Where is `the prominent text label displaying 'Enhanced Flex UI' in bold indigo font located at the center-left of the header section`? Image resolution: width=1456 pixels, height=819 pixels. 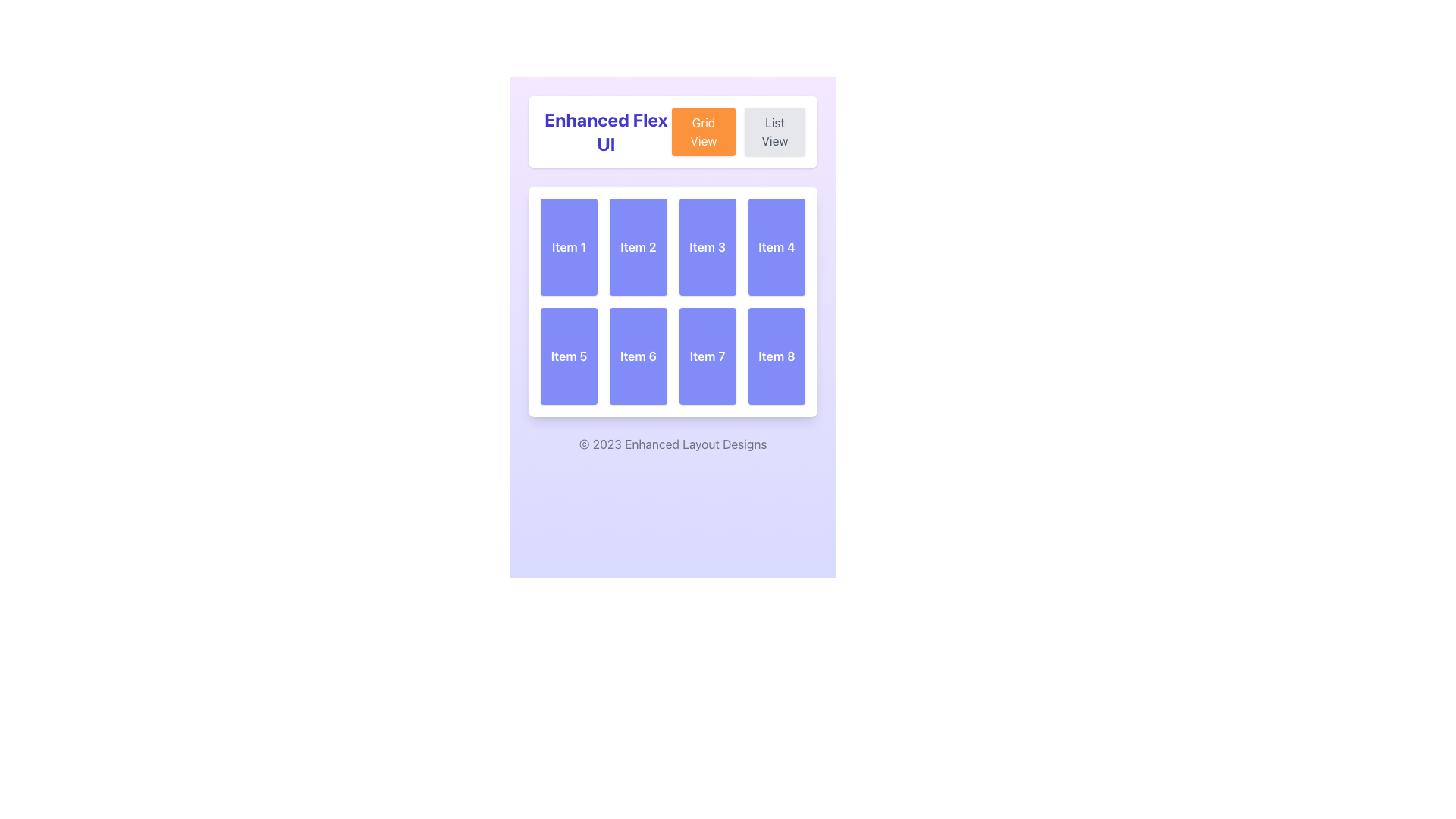
the prominent text label displaying 'Enhanced Flex UI' in bold indigo font located at the center-left of the header section is located at coordinates (605, 130).